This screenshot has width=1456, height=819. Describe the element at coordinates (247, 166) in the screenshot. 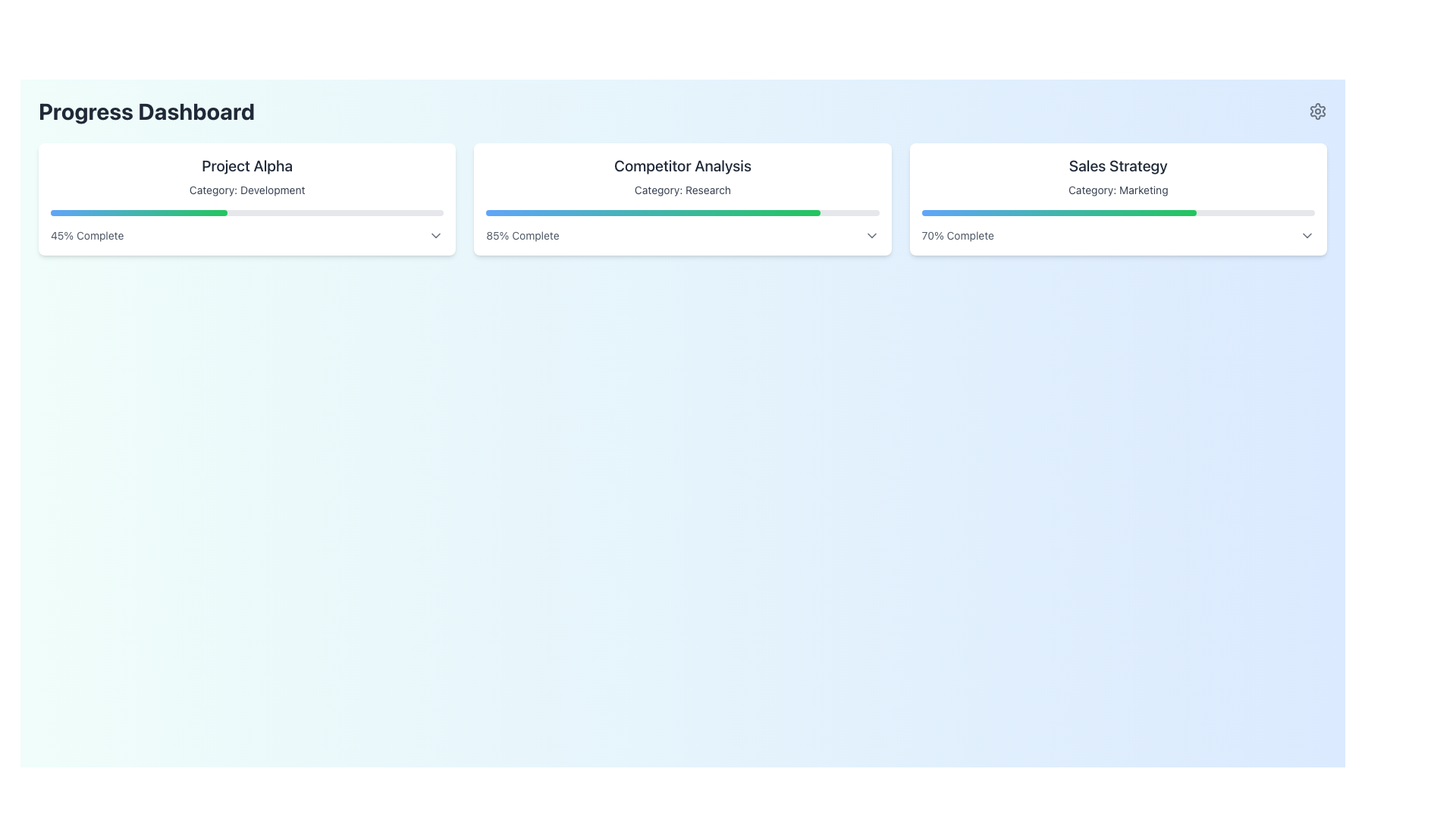

I see `the Text Label that serves as the title for the 'Project Alpha' card, located at the top section of the first card from the left` at that location.